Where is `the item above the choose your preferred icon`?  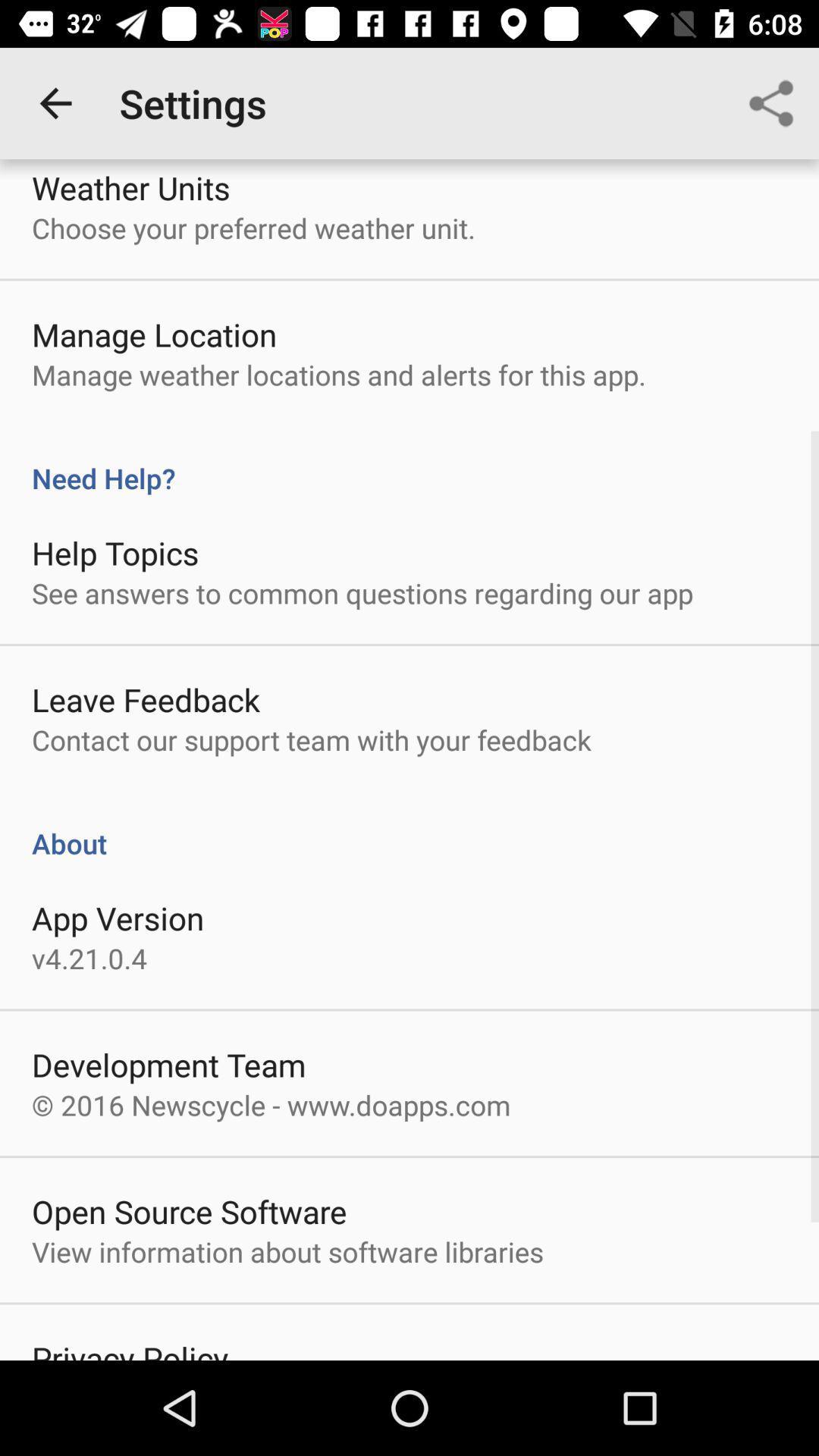
the item above the choose your preferred icon is located at coordinates (130, 187).